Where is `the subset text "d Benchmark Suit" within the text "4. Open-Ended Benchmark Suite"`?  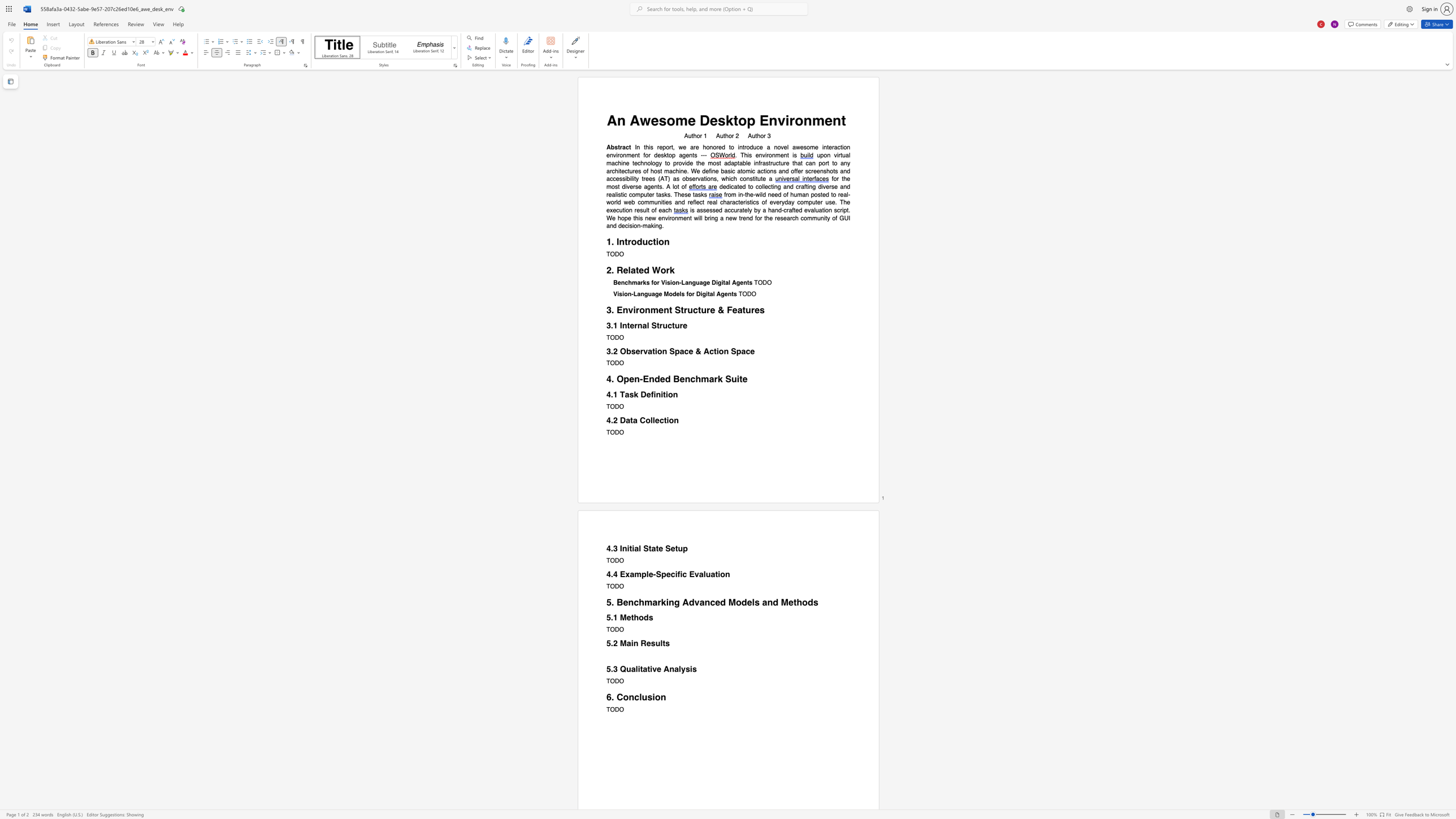 the subset text "d Benchmark Suit" within the text "4. Open-Ended Benchmark Suite" is located at coordinates (665, 379).